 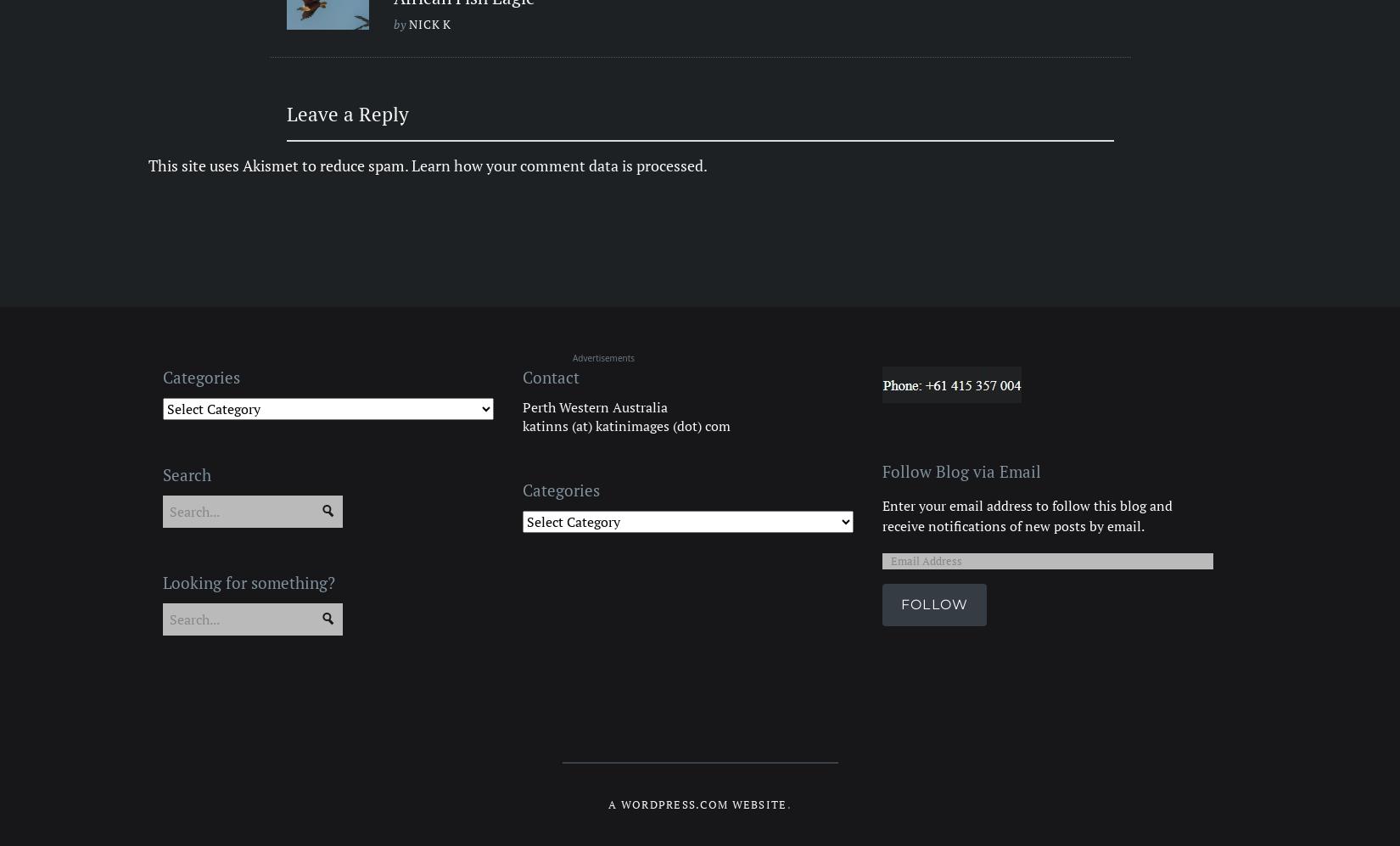 I want to click on 'Follow', so click(x=934, y=602).